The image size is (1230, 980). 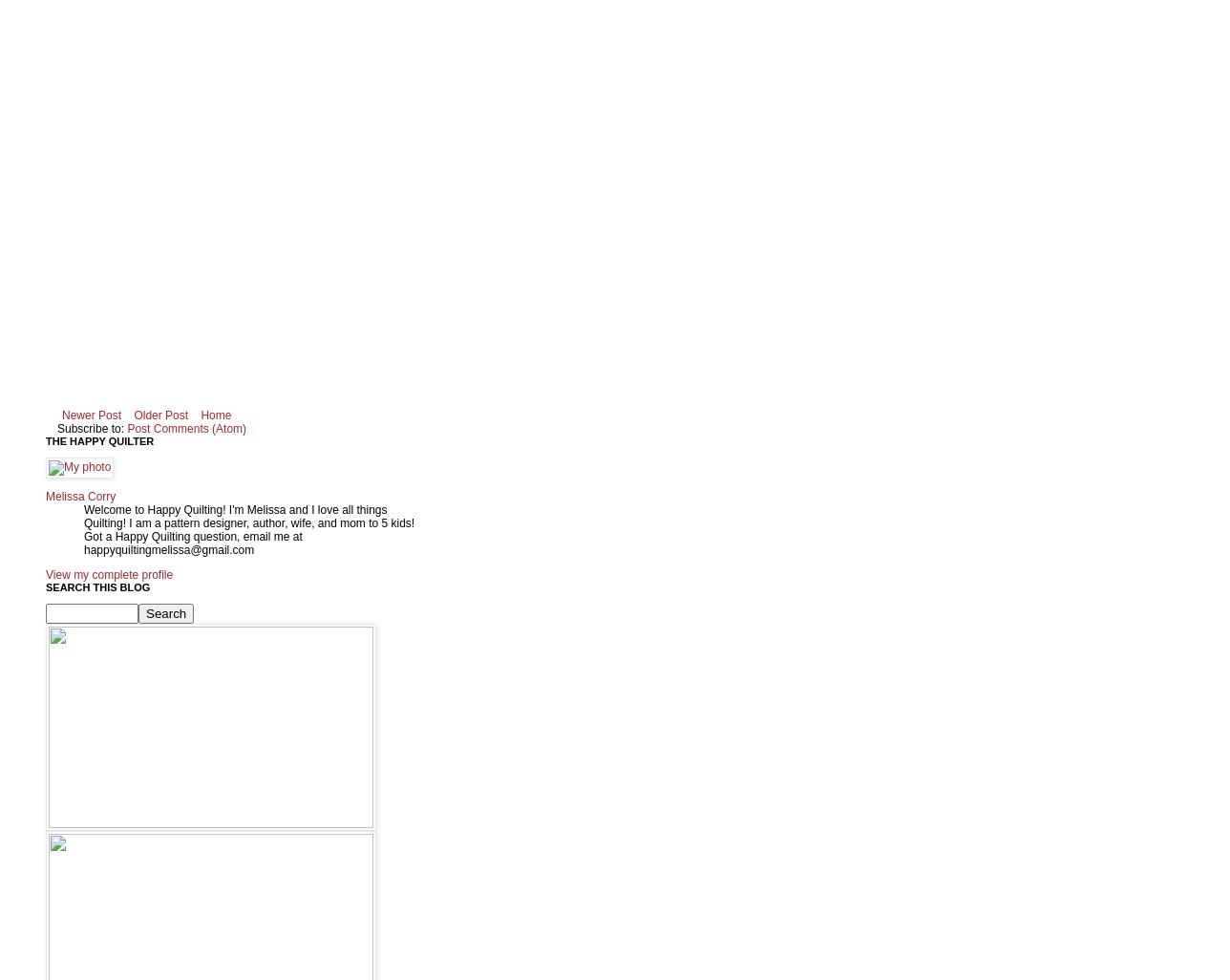 I want to click on 'Welcome to Happy Quilting!  I'm Melissa and I love all things Quilting!   I am a pattern designer, author, wife, and mom to 5 kids!  Got a Happy Quilting question, email me at happyquiltingmelissa@gmail.com', so click(x=248, y=529).